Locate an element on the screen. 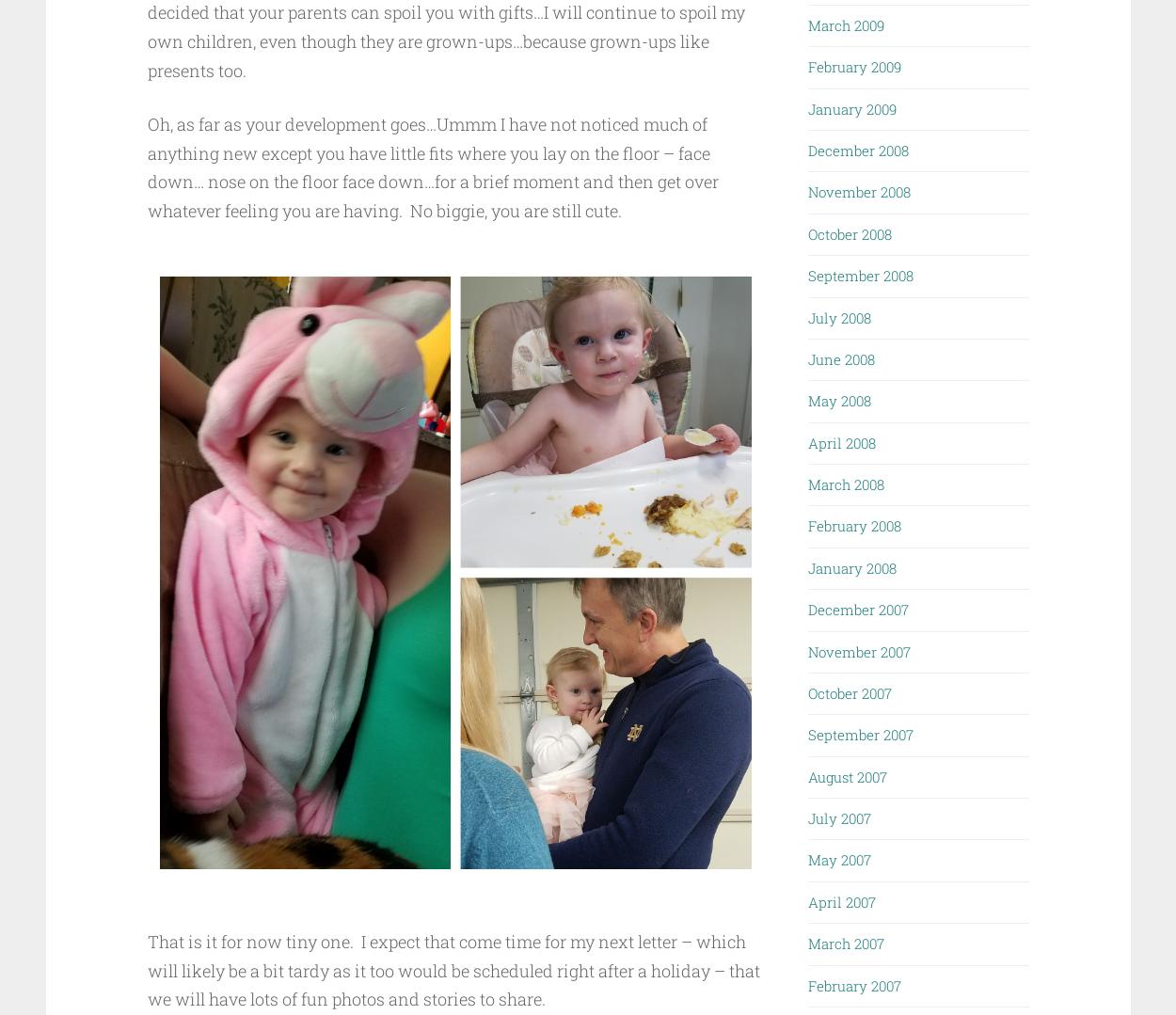  'That is it for now tiny one.  I expect that come time for my next letter – which will likely be a bit tardy as it too would be scheduled right after a holiday – that we will have lots of fun photos and stories to share.' is located at coordinates (452, 970).